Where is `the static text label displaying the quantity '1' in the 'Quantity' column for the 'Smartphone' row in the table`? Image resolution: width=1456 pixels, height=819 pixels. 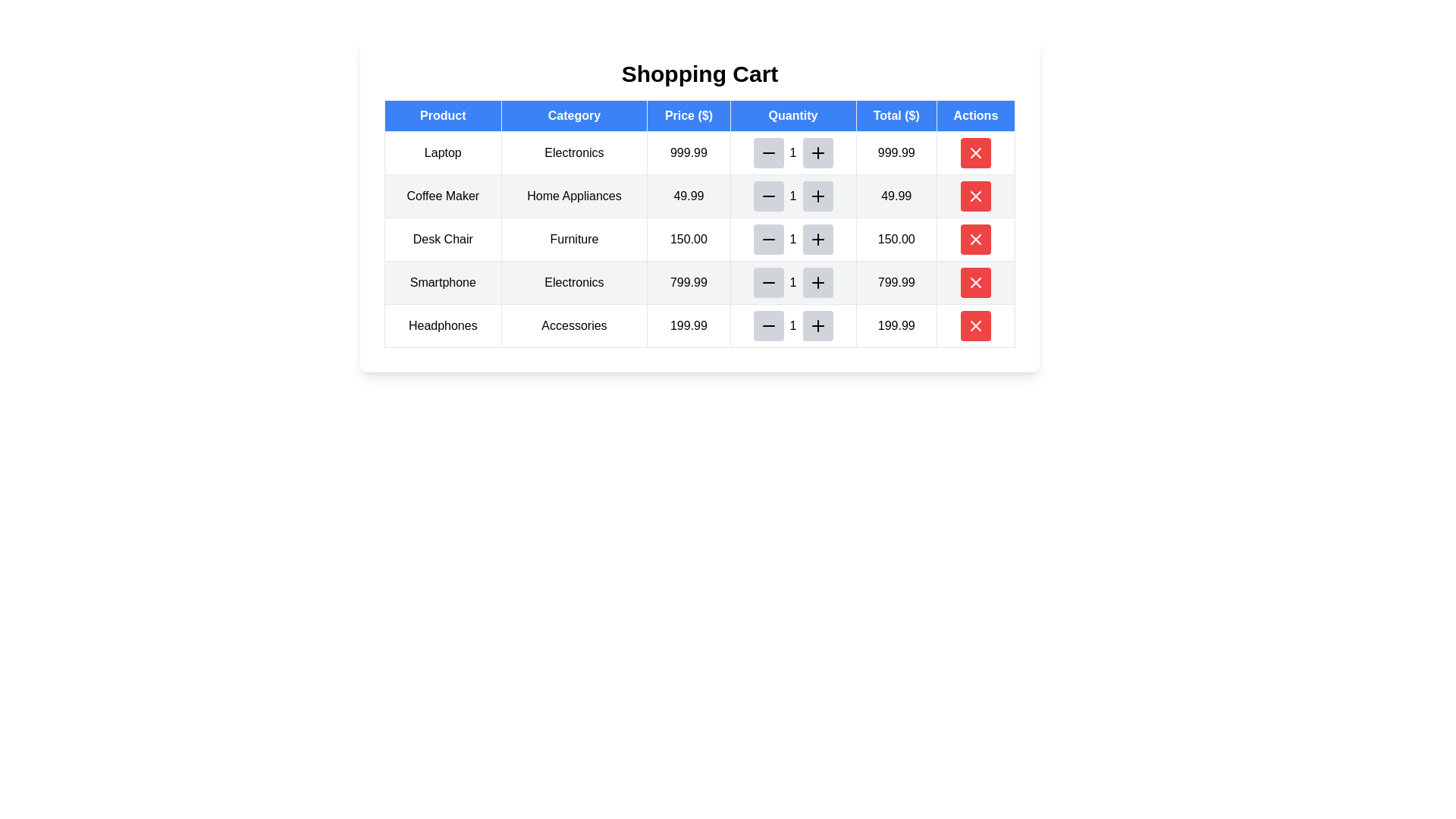
the static text label displaying the quantity '1' in the 'Quantity' column for the 'Smartphone' row in the table is located at coordinates (792, 283).